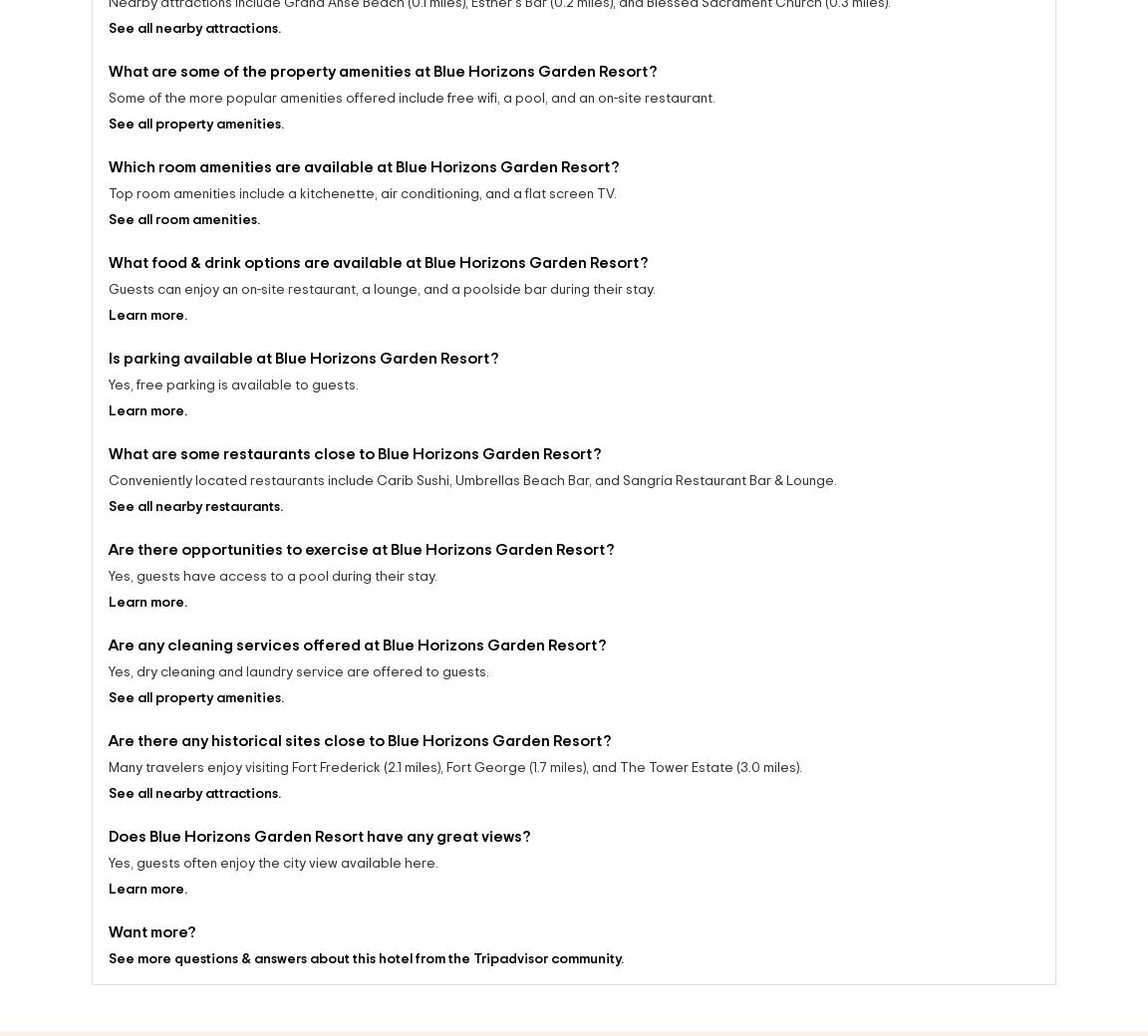 Image resolution: width=1148 pixels, height=1036 pixels. What do you see at coordinates (297, 676) in the screenshot?
I see `'Yes, dry cleaning and laundry service are offered to guests.'` at bounding box center [297, 676].